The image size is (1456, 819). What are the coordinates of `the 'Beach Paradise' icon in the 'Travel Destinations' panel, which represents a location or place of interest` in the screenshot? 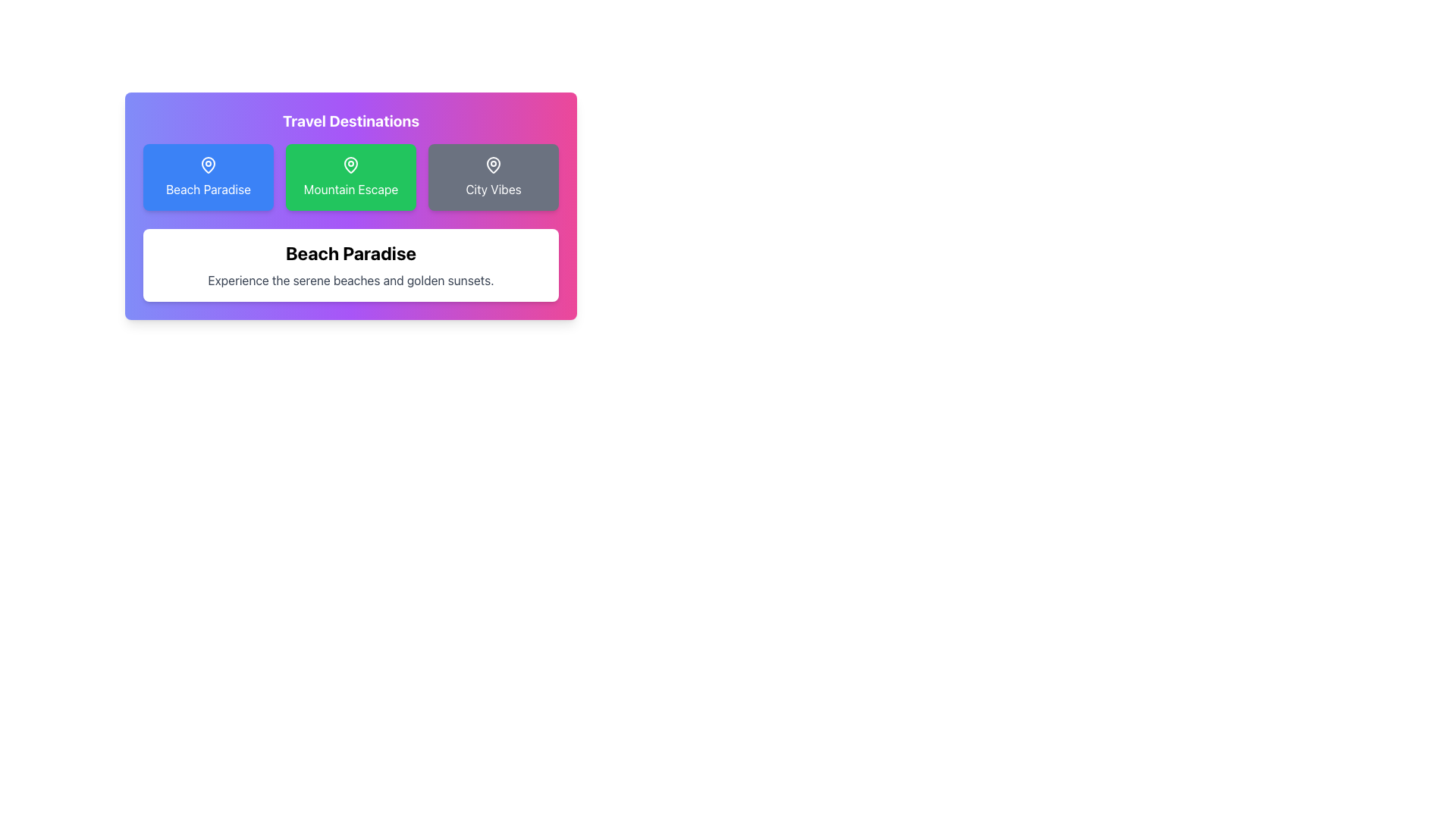 It's located at (207, 165).